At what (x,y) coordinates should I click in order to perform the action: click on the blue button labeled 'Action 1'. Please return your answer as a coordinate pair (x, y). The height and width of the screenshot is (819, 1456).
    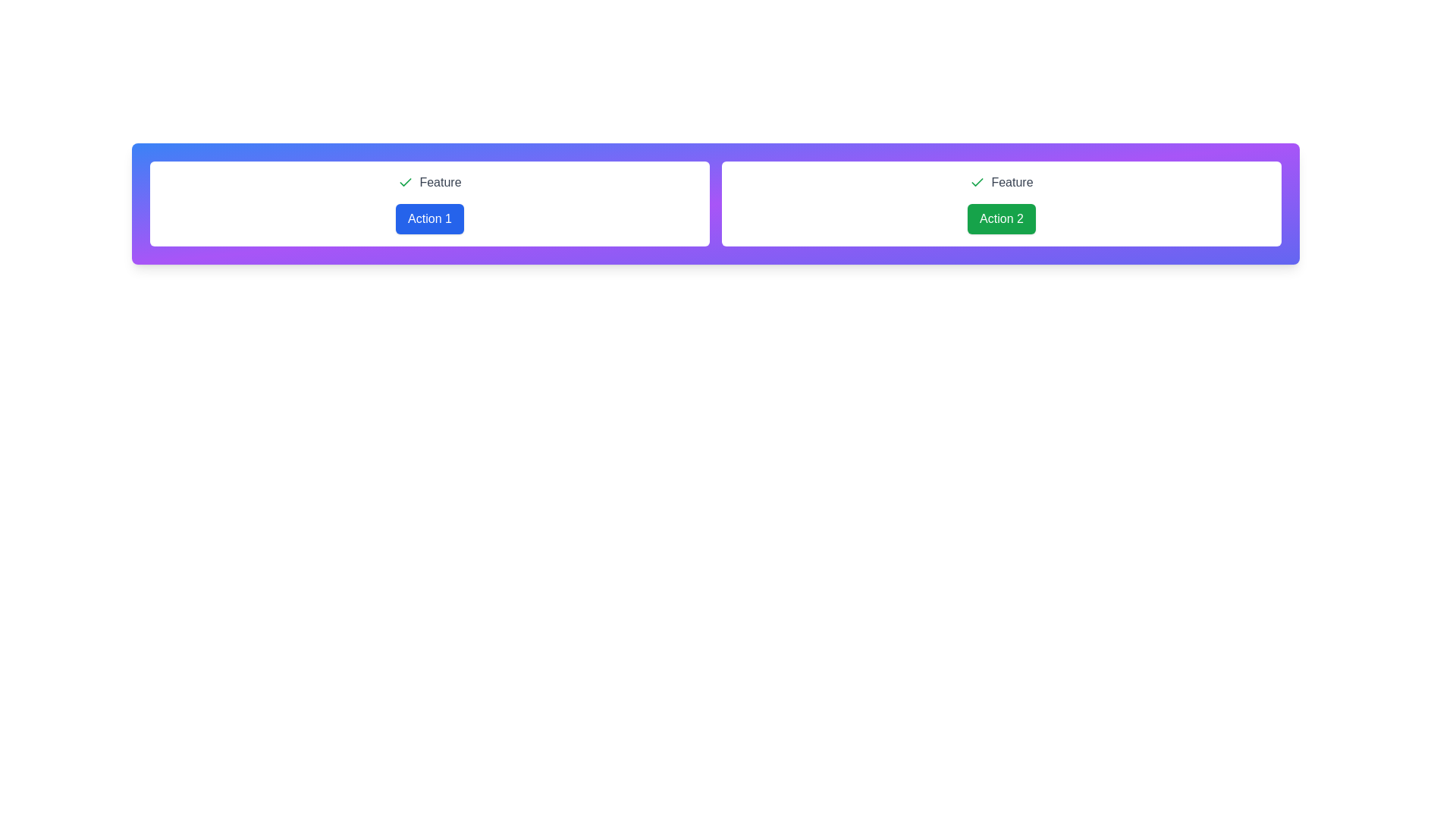
    Looking at the image, I should click on (428, 219).